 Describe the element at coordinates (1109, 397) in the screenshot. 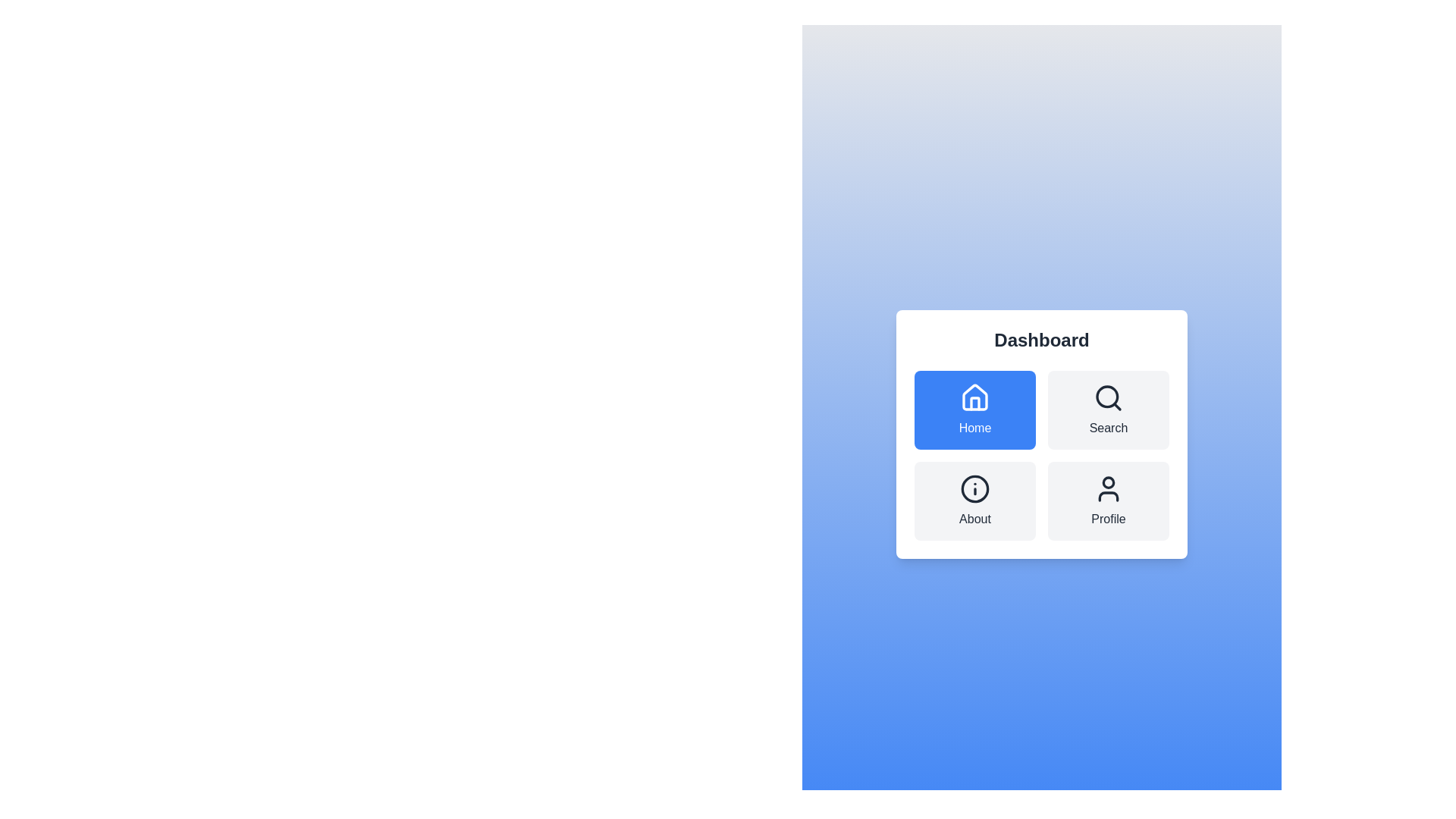

I see `the magnifying glass icon, which is styled in a dark color and located above the text 'Search' in the button group` at that location.